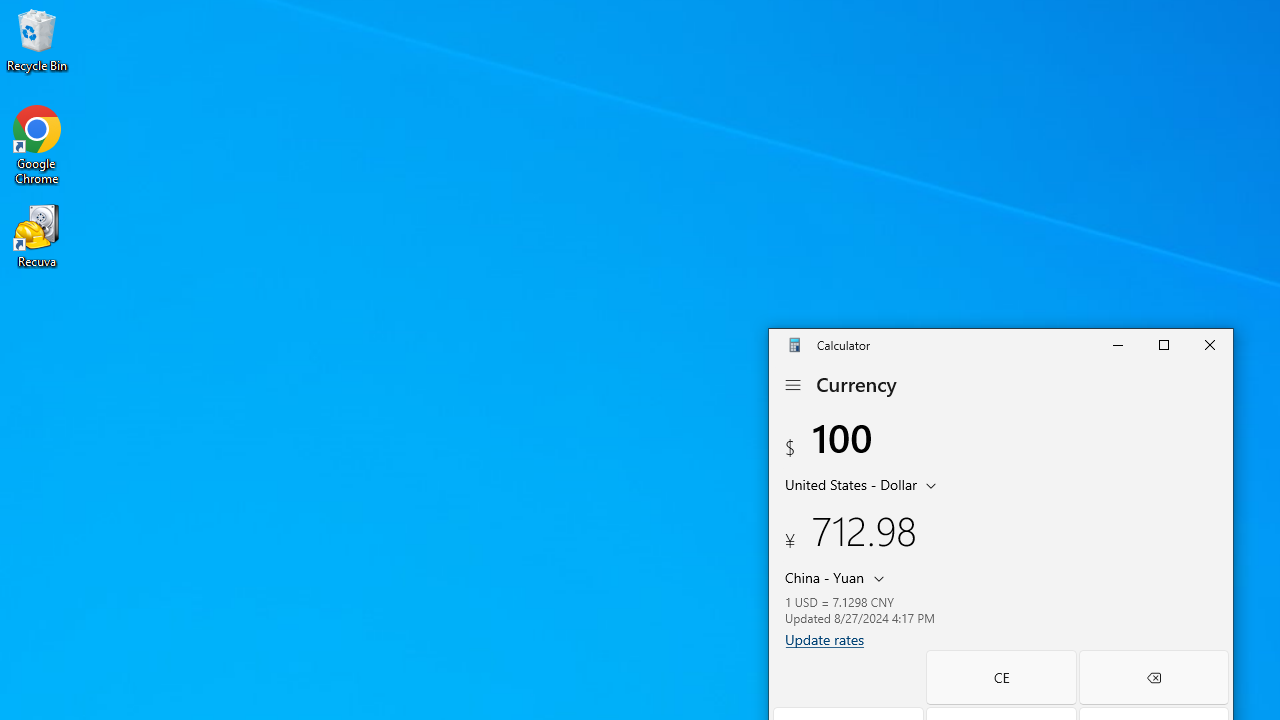 This screenshot has width=1280, height=720. What do you see at coordinates (1163, 343) in the screenshot?
I see `'Maximize Calculator'` at bounding box center [1163, 343].